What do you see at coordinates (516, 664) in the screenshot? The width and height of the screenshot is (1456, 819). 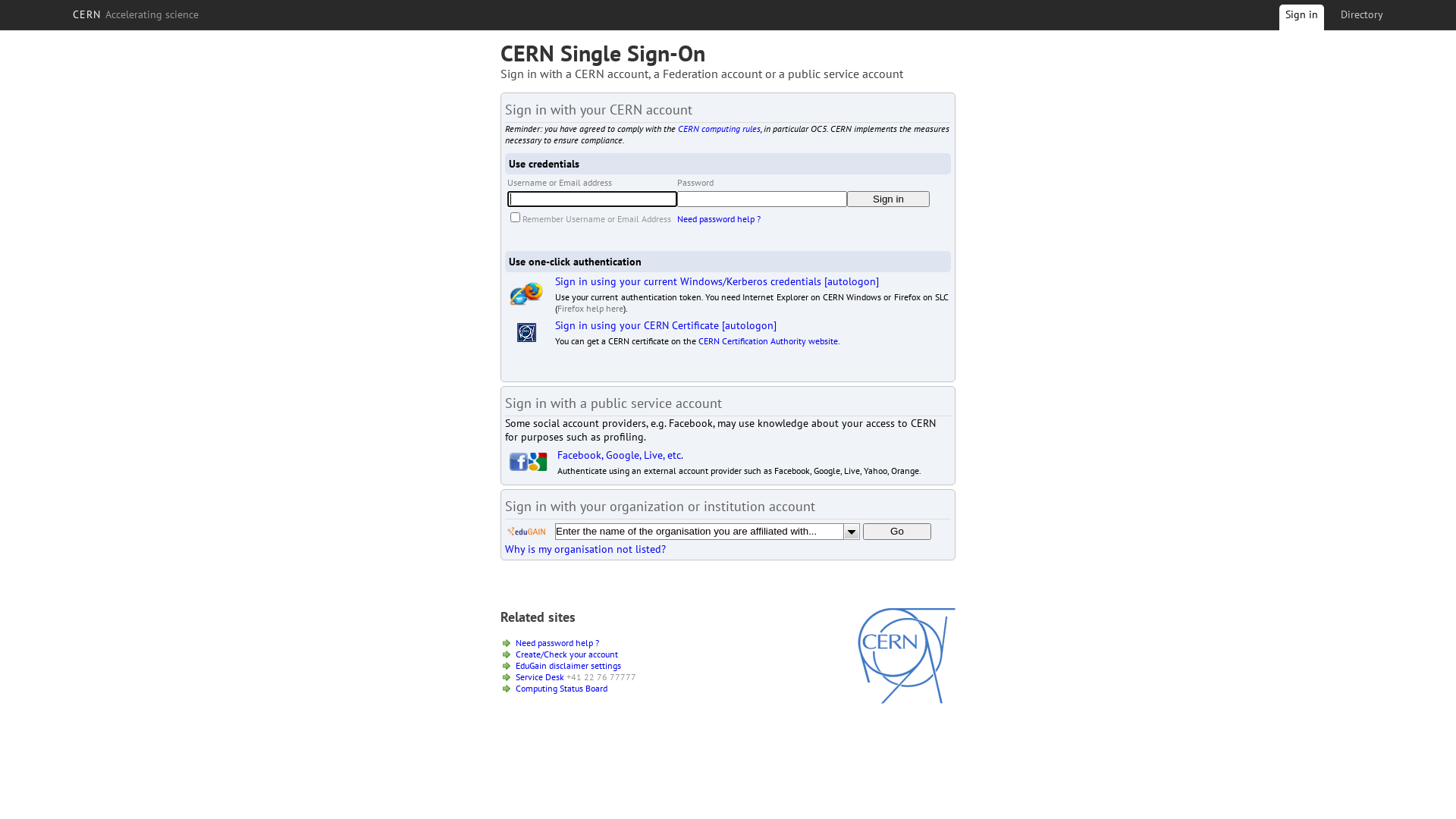 I see `'EduGain disclaimer settings'` at bounding box center [516, 664].